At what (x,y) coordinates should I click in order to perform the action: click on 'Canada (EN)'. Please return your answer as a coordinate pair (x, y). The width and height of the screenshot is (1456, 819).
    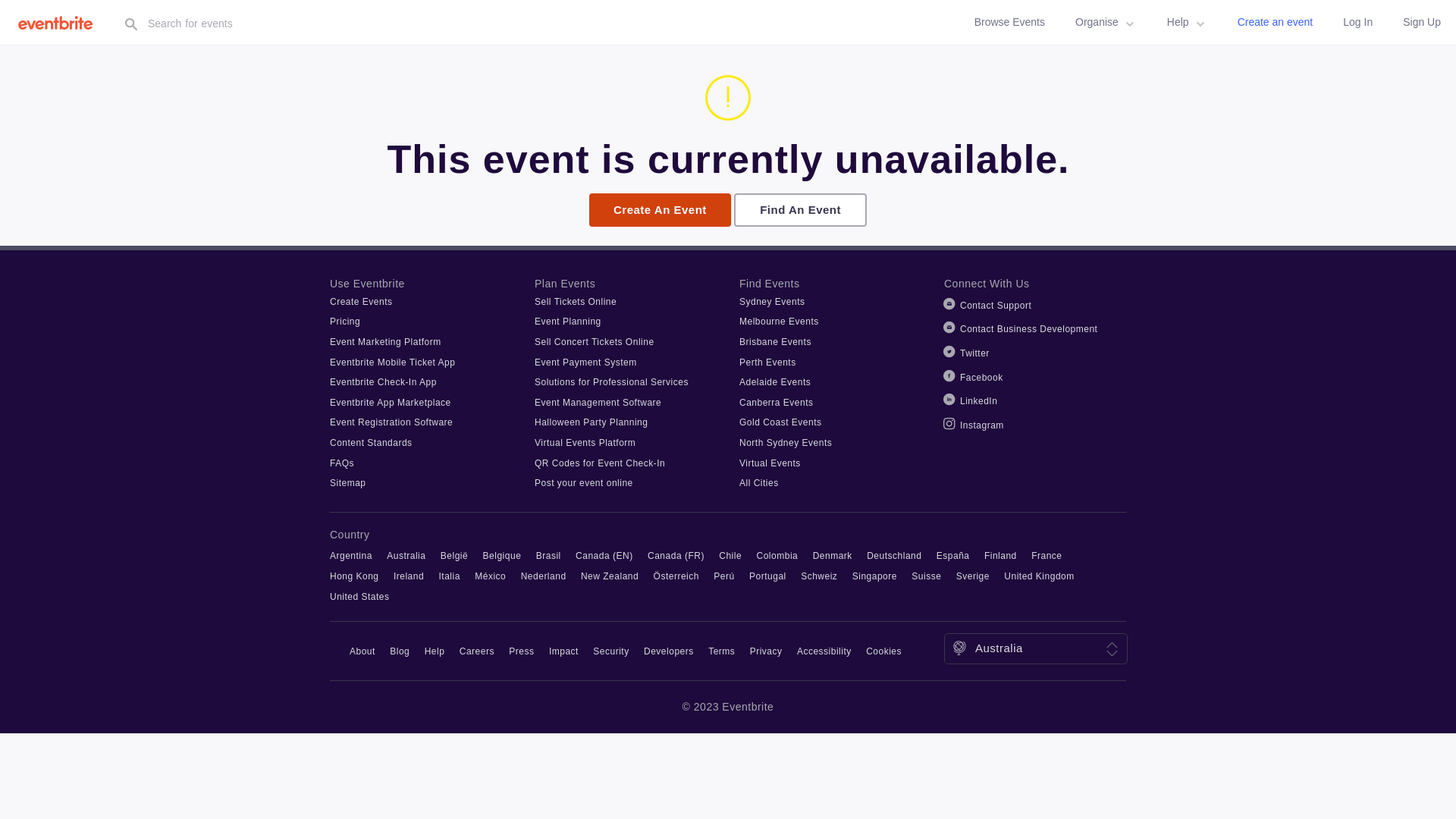
    Looking at the image, I should click on (603, 555).